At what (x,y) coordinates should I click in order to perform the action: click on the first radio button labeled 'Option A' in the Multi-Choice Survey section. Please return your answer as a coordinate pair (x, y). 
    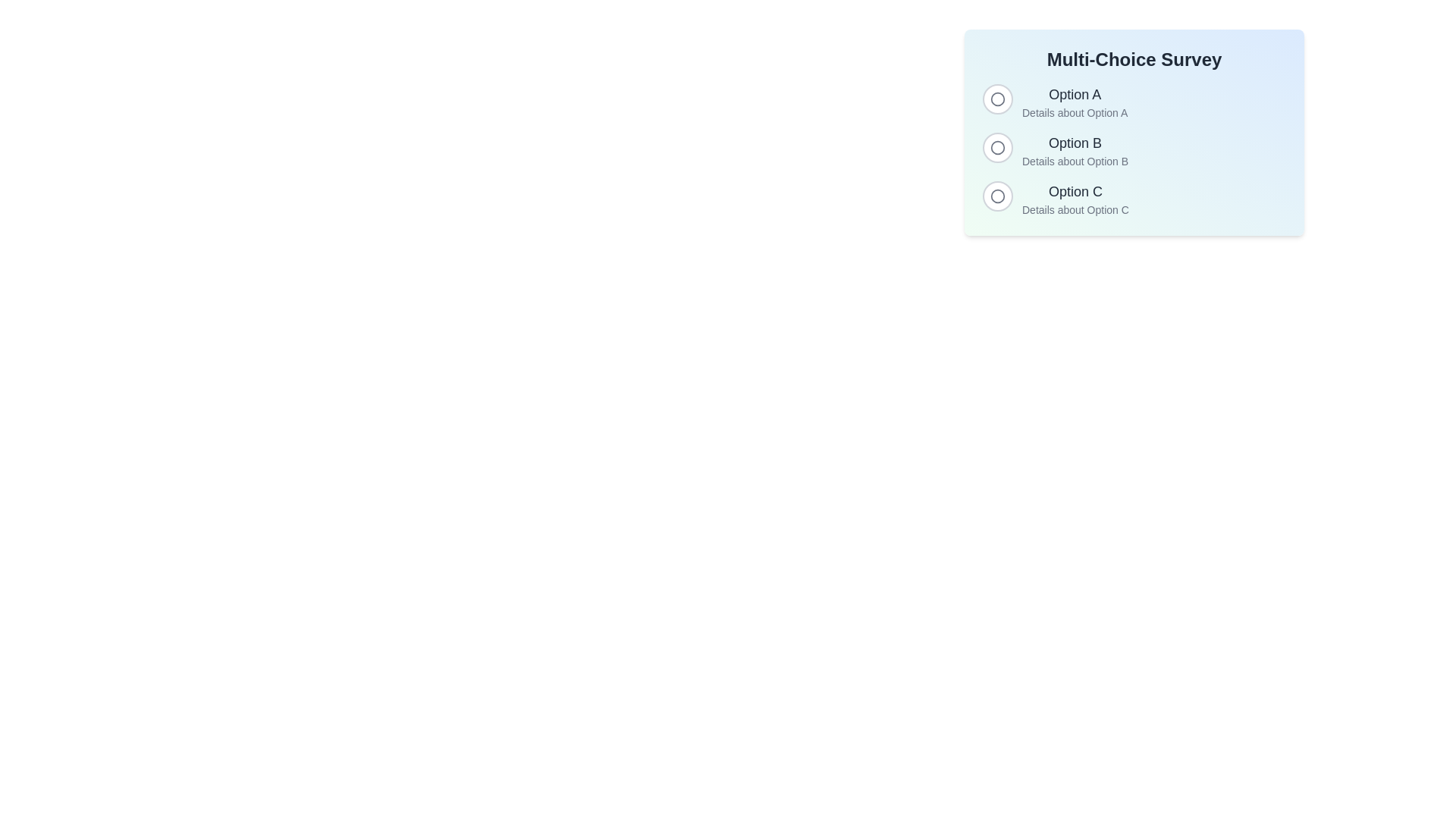
    Looking at the image, I should click on (1054, 102).